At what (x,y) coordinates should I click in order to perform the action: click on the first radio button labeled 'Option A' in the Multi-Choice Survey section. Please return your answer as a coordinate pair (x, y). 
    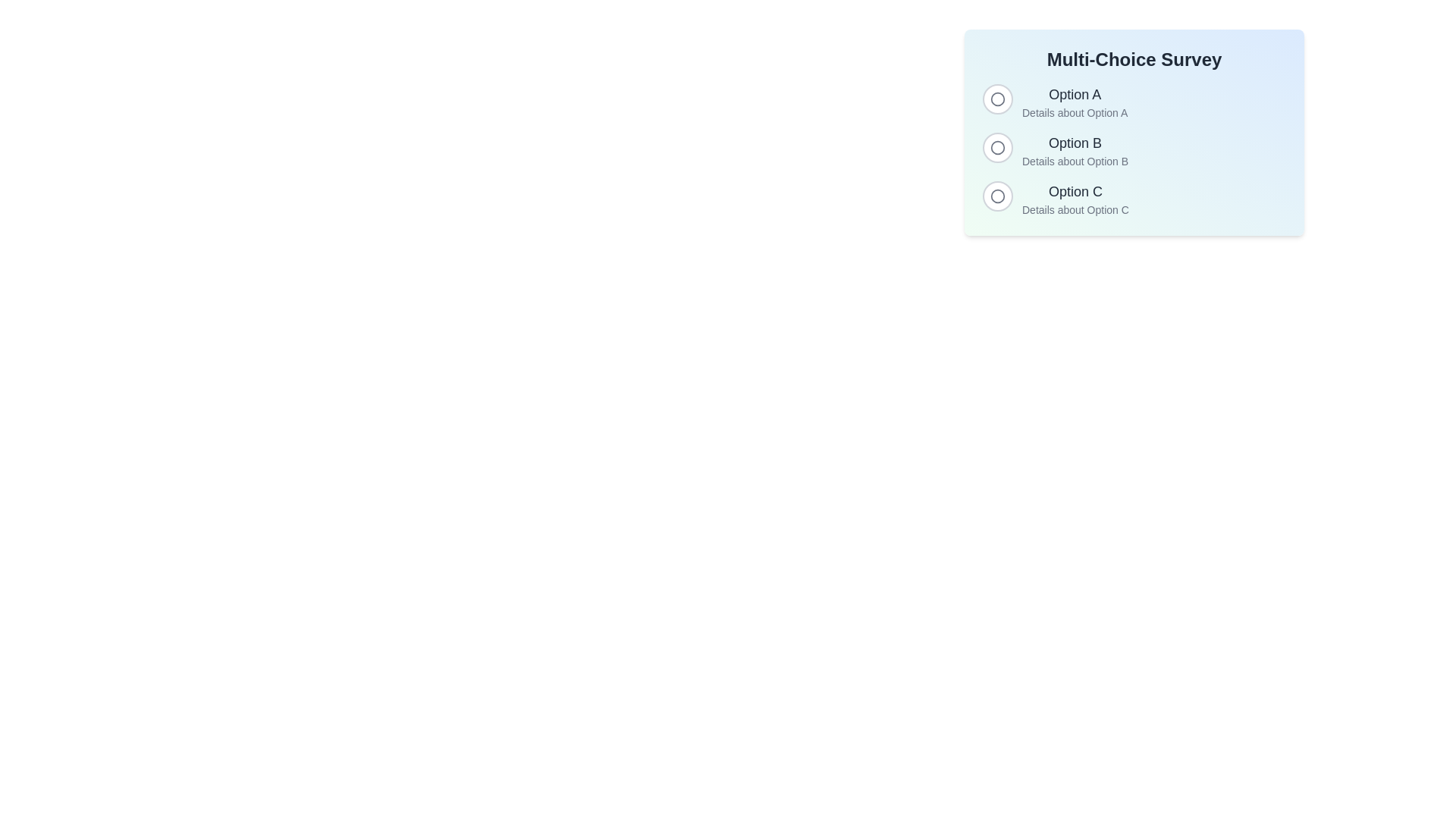
    Looking at the image, I should click on (1054, 102).